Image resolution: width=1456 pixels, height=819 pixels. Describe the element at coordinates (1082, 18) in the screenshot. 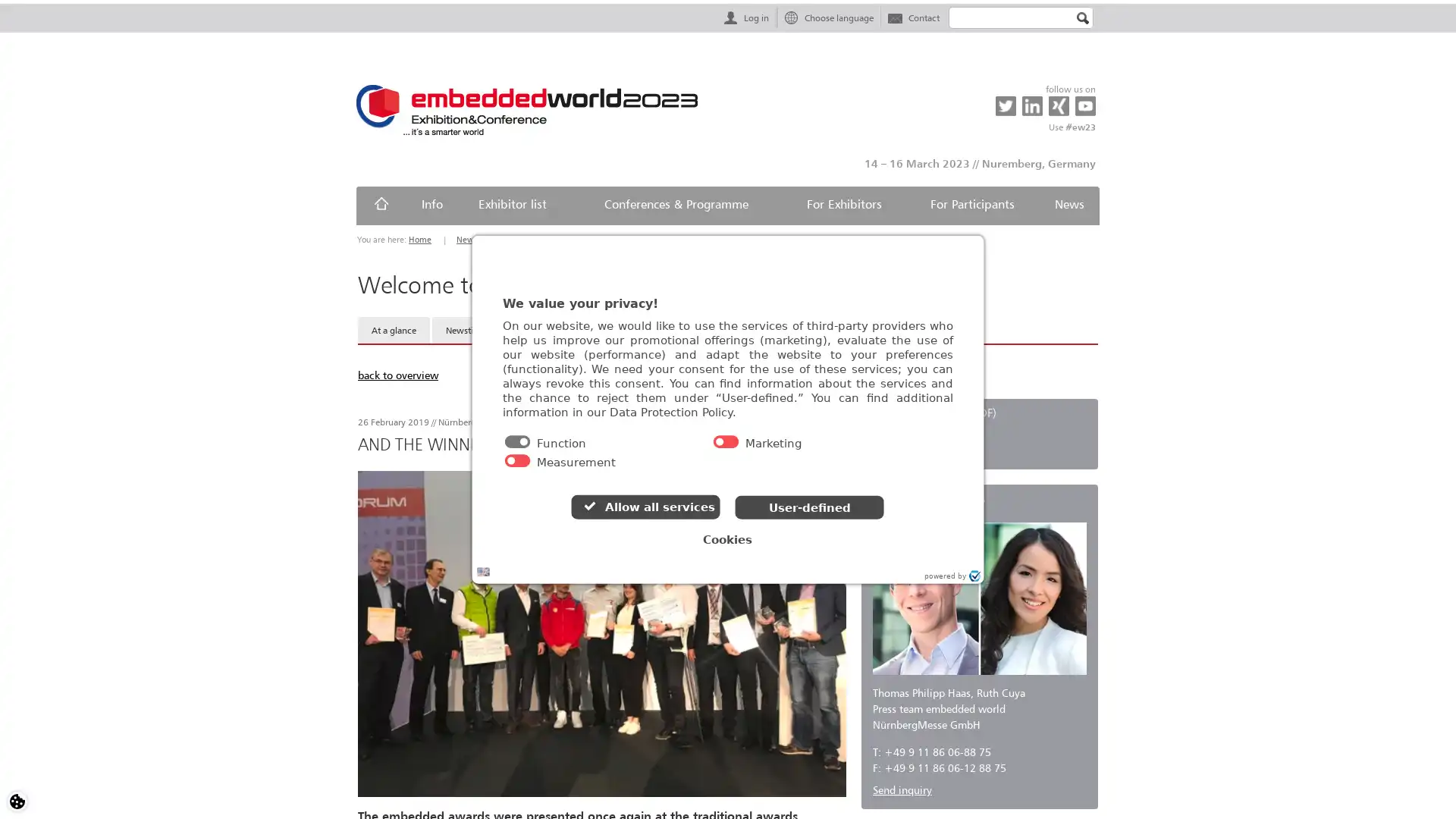

I see `Search` at that location.